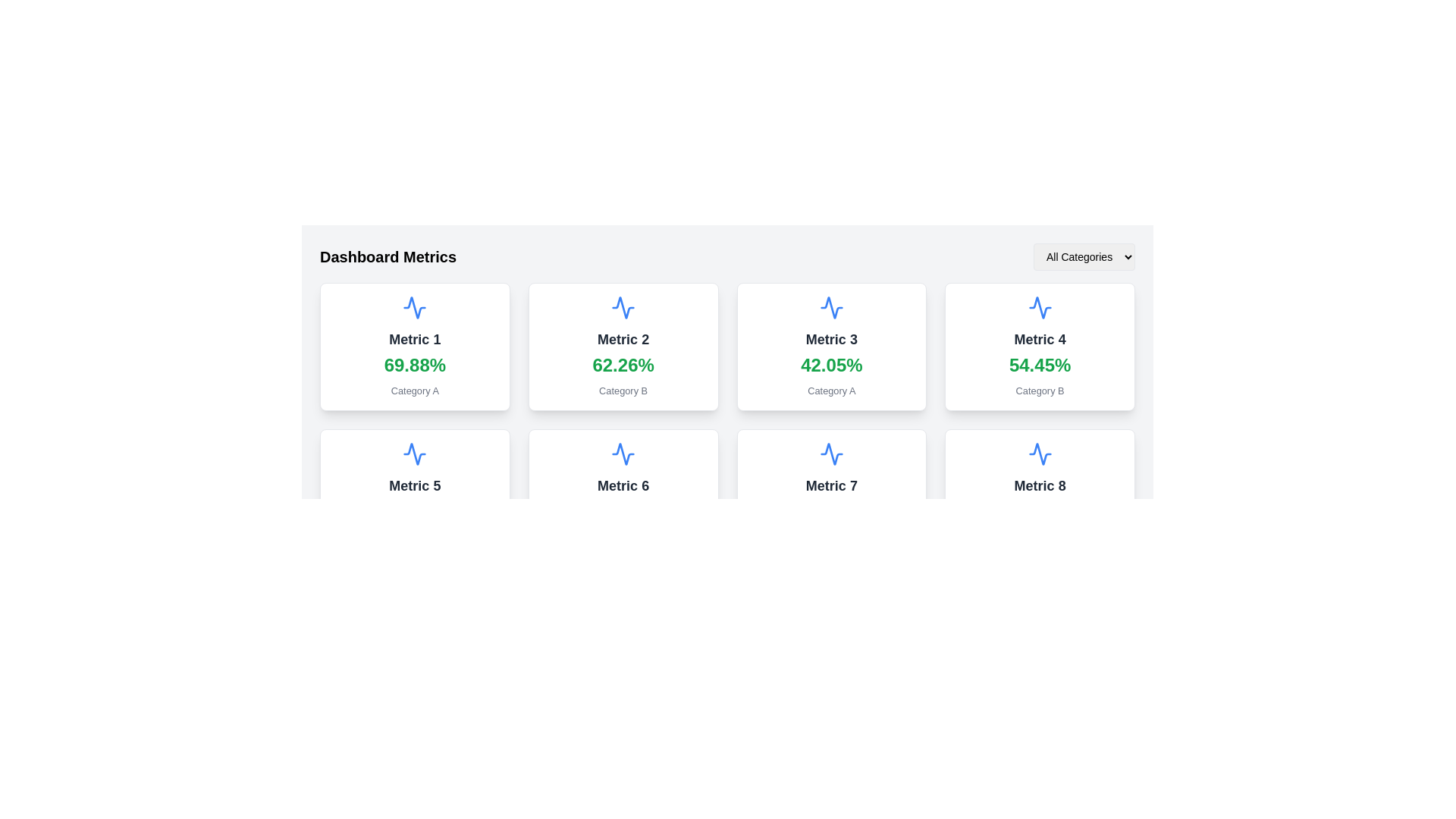  Describe the element at coordinates (623, 347) in the screenshot. I see `displayed information from the 'Metric 2' card, which is the second card in the first row of the grid layout` at that location.